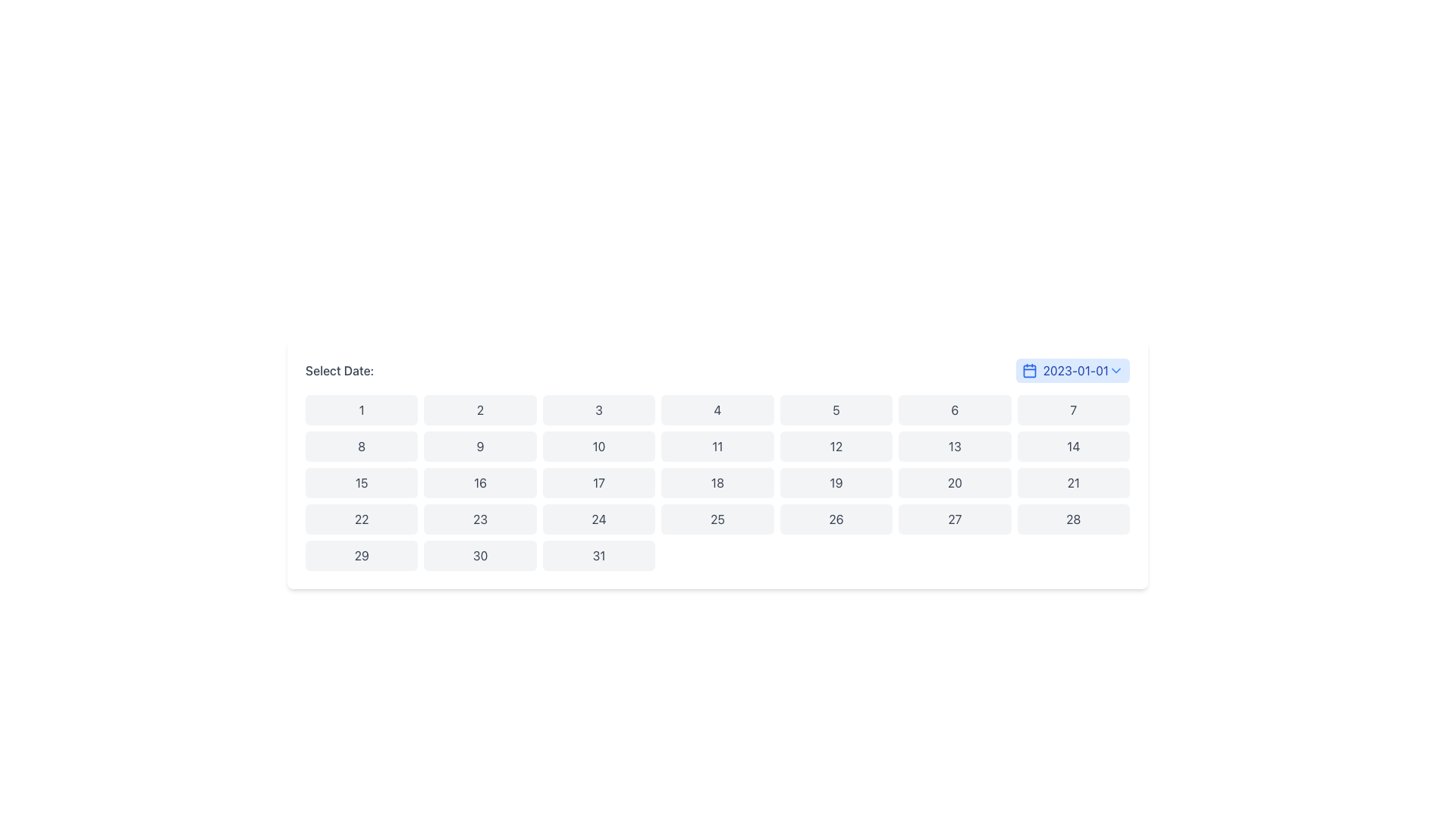 Image resolution: width=1456 pixels, height=819 pixels. I want to click on the third button in the first row of the date selector grid, so click(598, 409).